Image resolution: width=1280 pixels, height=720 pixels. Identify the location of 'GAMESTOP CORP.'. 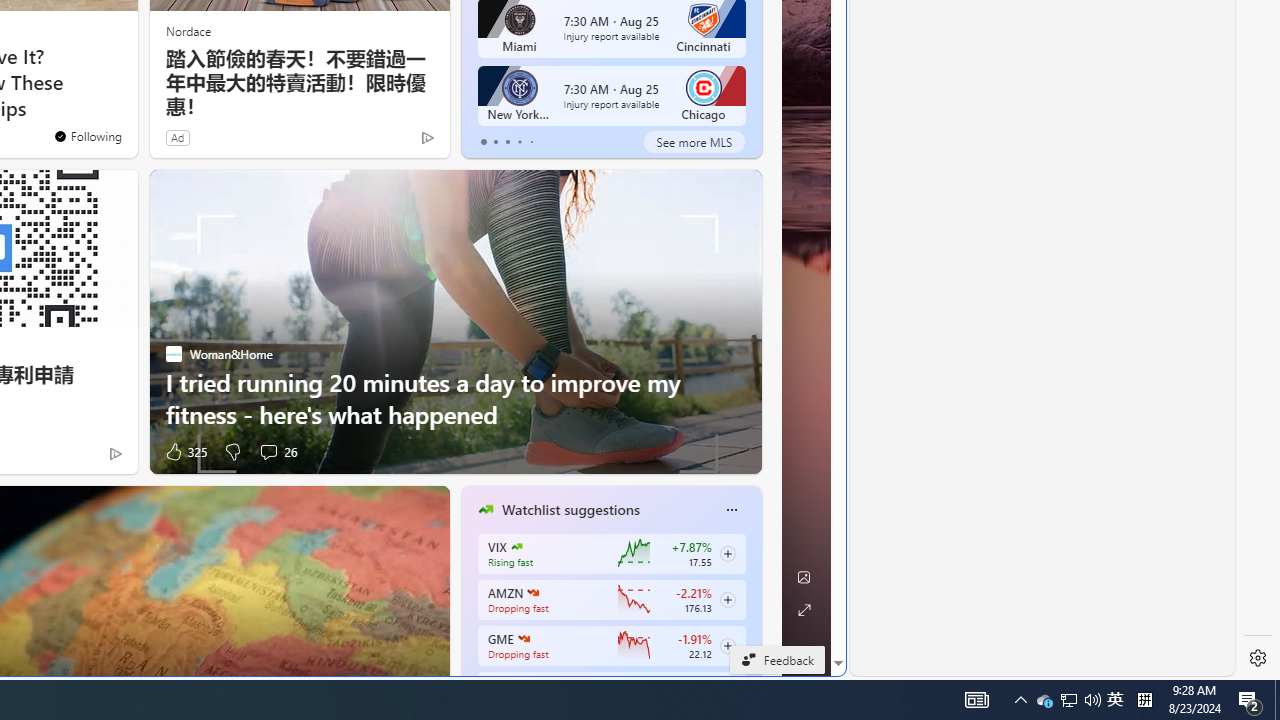
(523, 639).